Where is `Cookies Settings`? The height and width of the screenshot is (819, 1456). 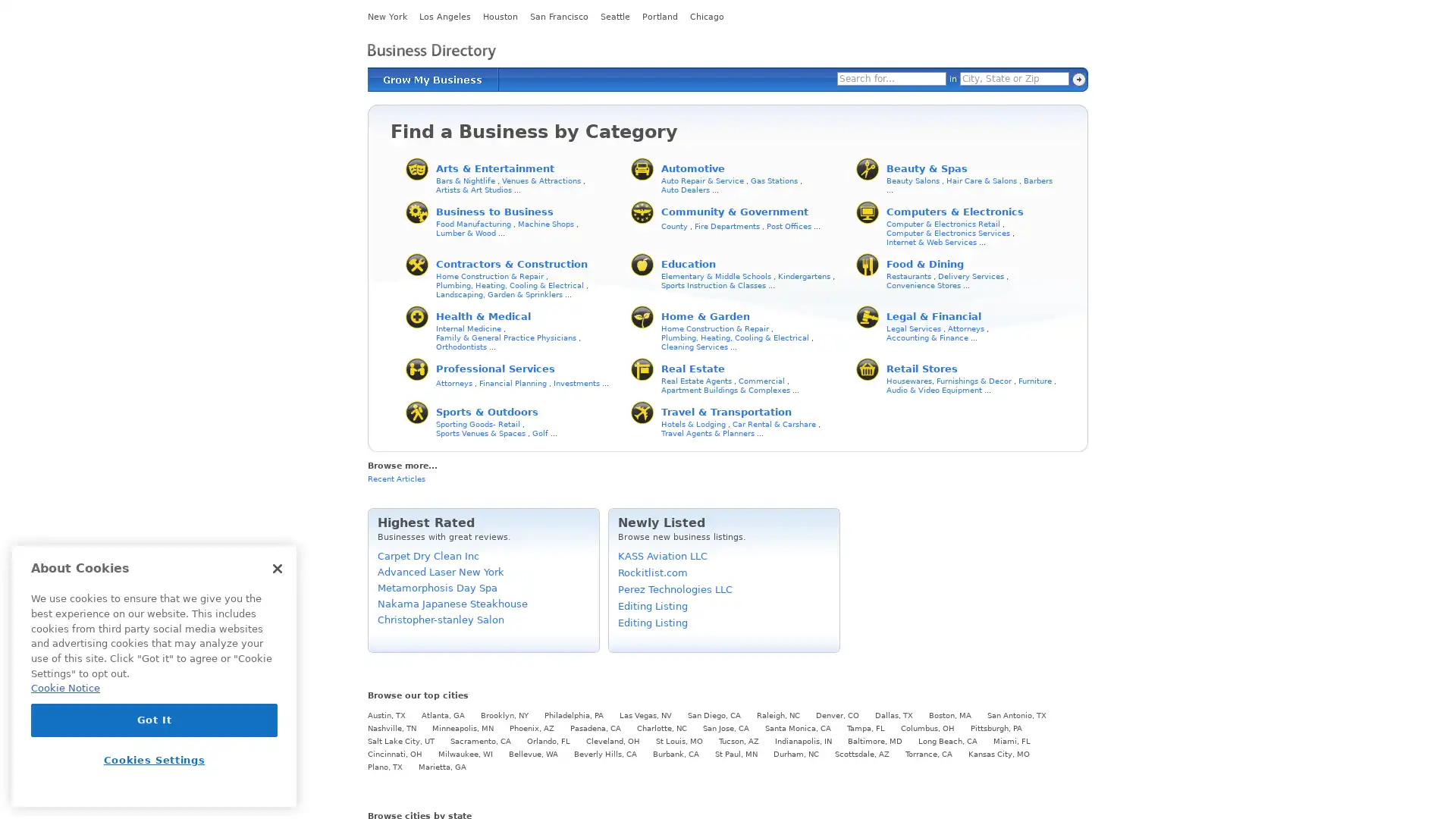 Cookies Settings is located at coordinates (154, 760).